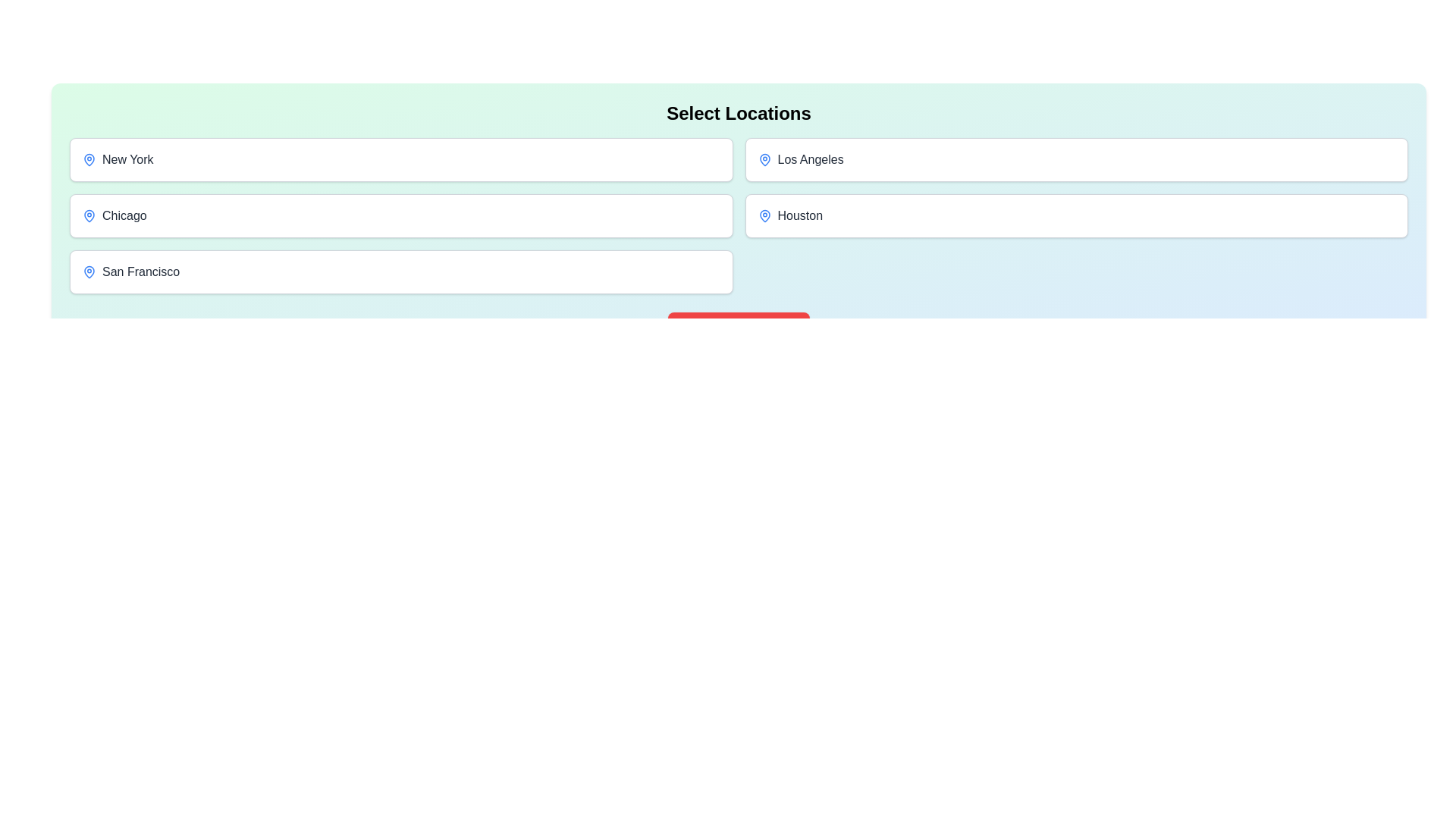  What do you see at coordinates (1075, 216) in the screenshot?
I see `the button corresponding to the location Houston` at bounding box center [1075, 216].